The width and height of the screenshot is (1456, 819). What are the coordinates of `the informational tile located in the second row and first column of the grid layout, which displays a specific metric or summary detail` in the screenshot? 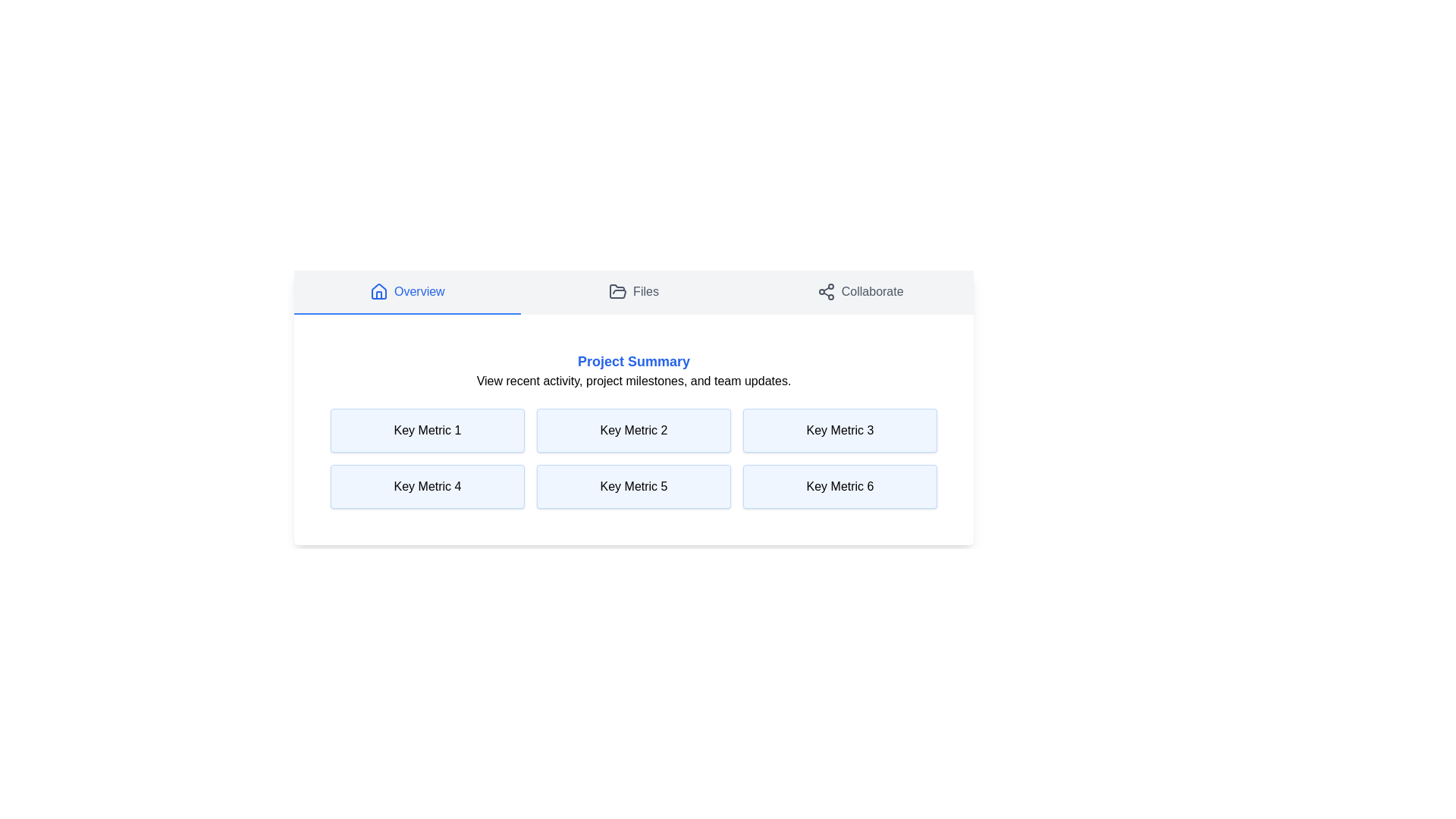 It's located at (427, 486).